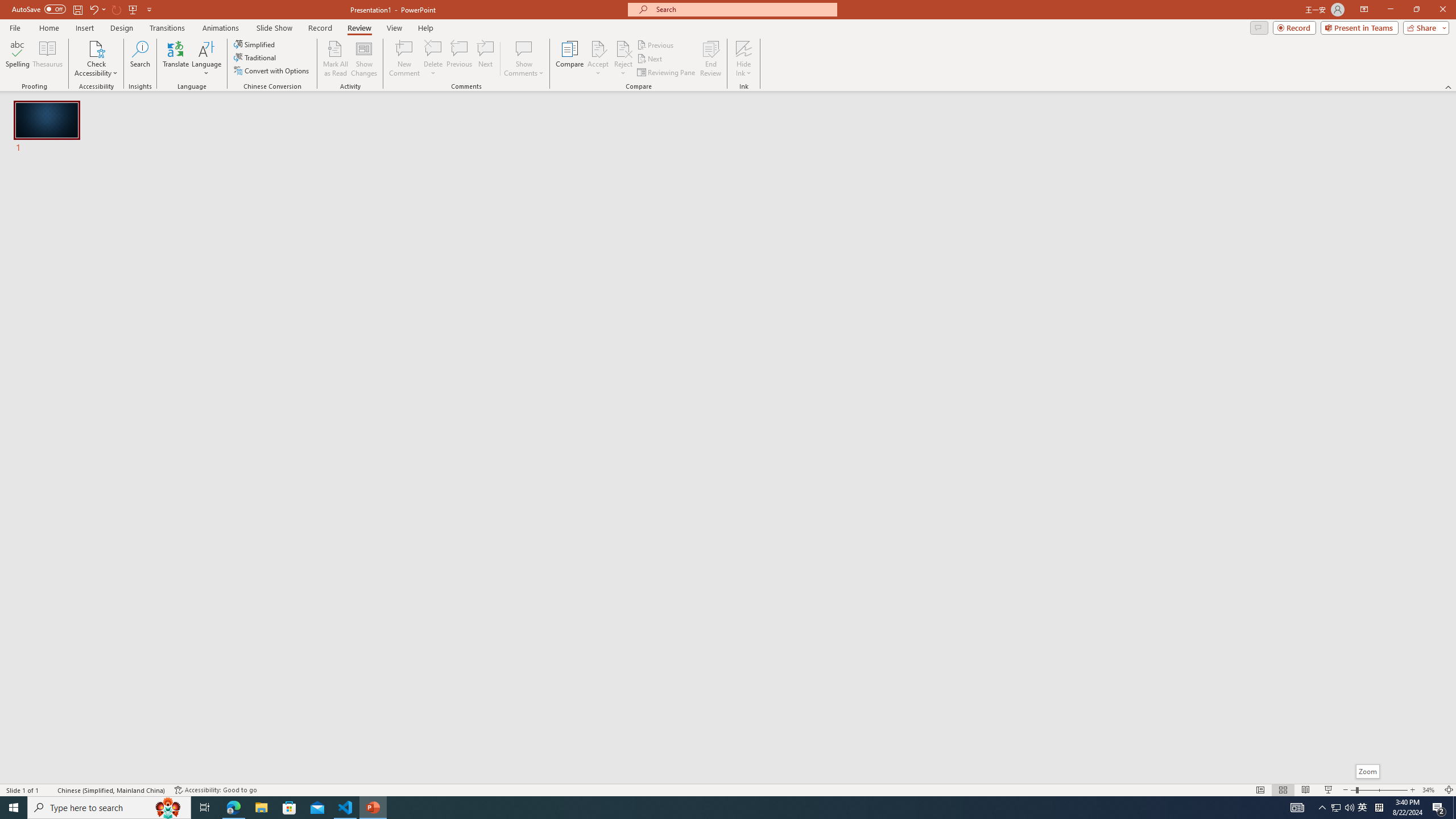 Image resolution: width=1456 pixels, height=819 pixels. Describe the element at coordinates (336, 59) in the screenshot. I see `'Mark All as Read'` at that location.